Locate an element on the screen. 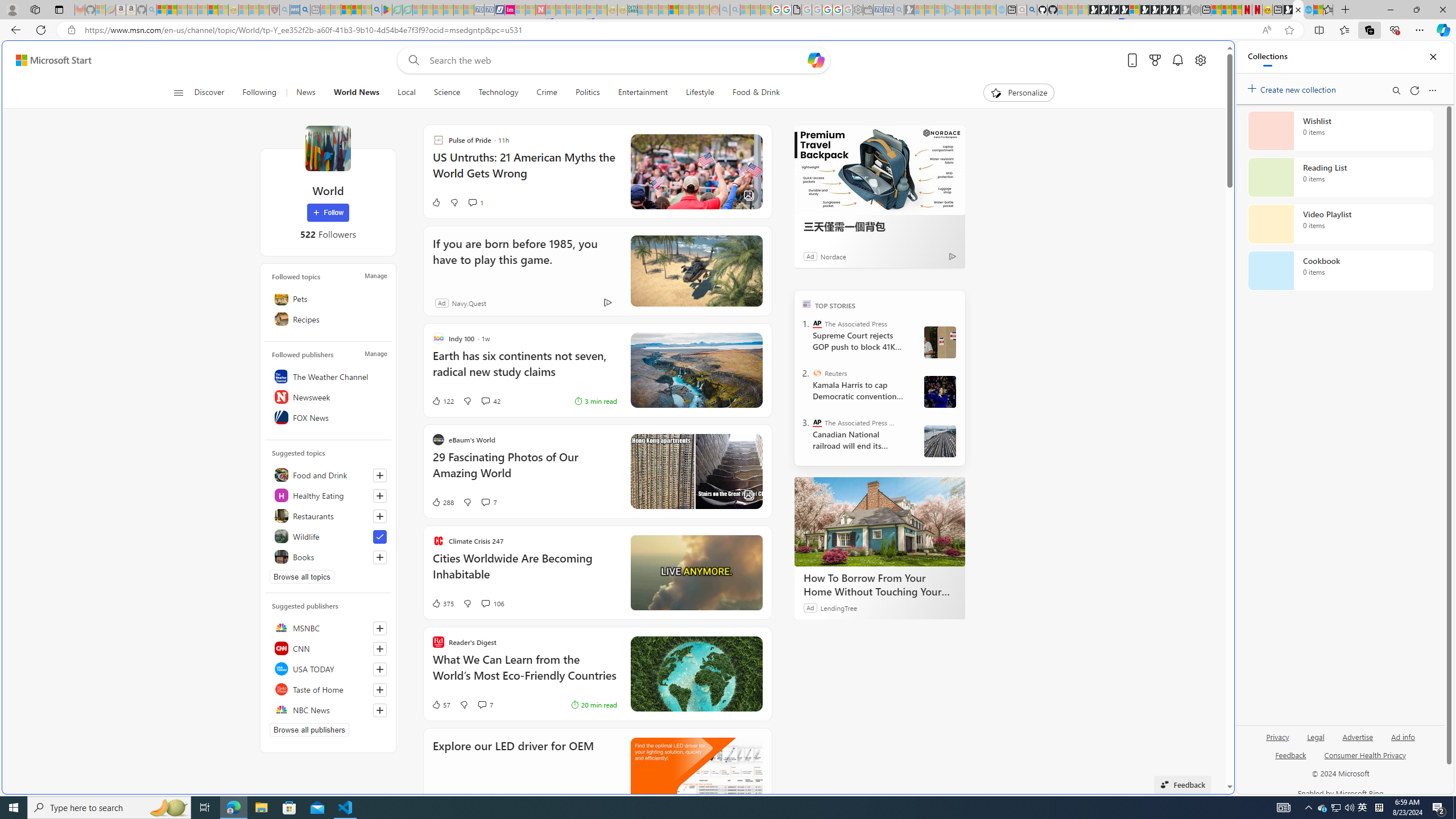 The height and width of the screenshot is (819, 1456). 'Follow this source' is located at coordinates (380, 710).